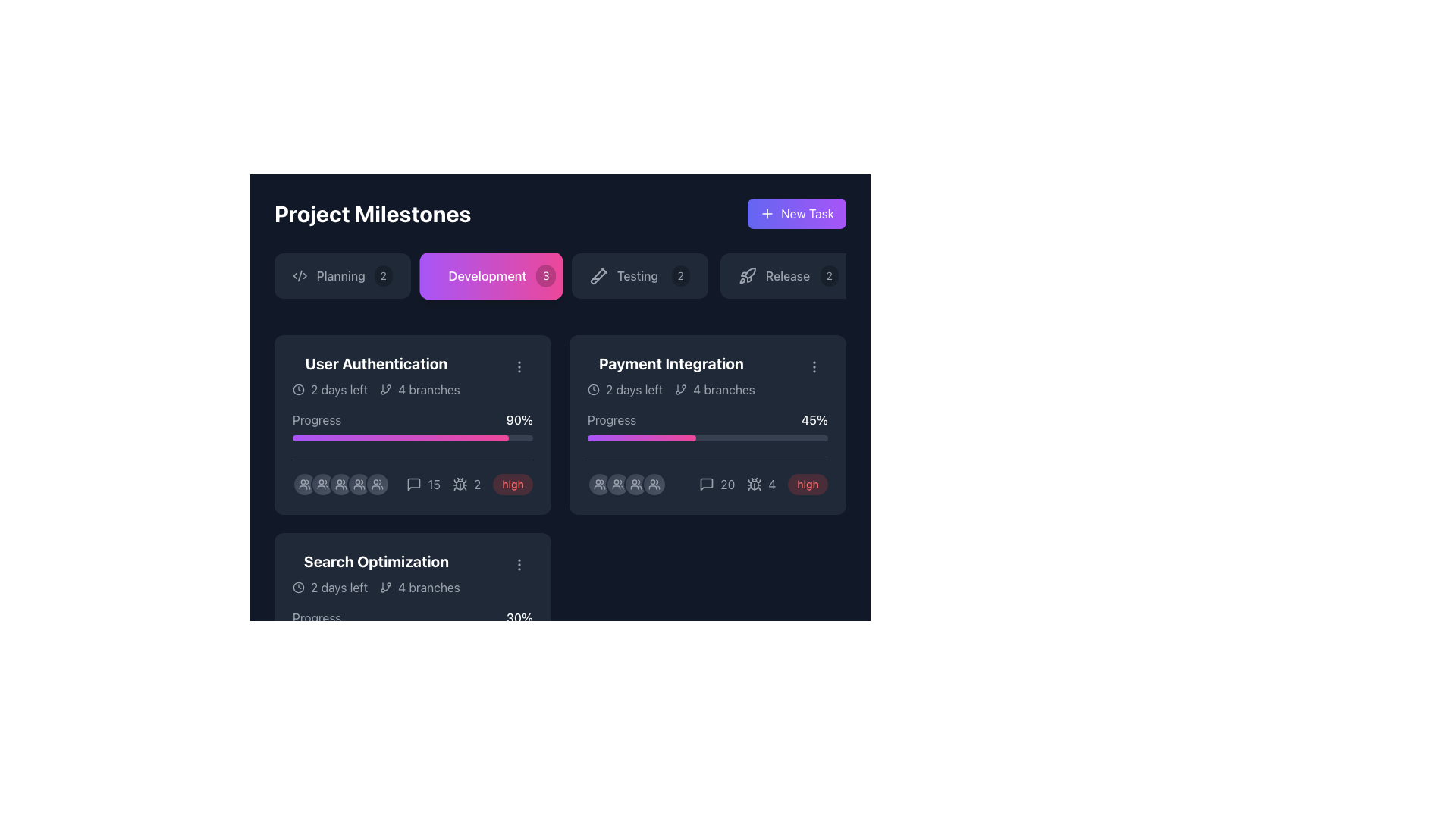  What do you see at coordinates (316, 420) in the screenshot?
I see `the 'Progress' text label, which is styled in light gray against a dark background, located in the 'User Authentication' section card to the left of the '90%' text element` at bounding box center [316, 420].